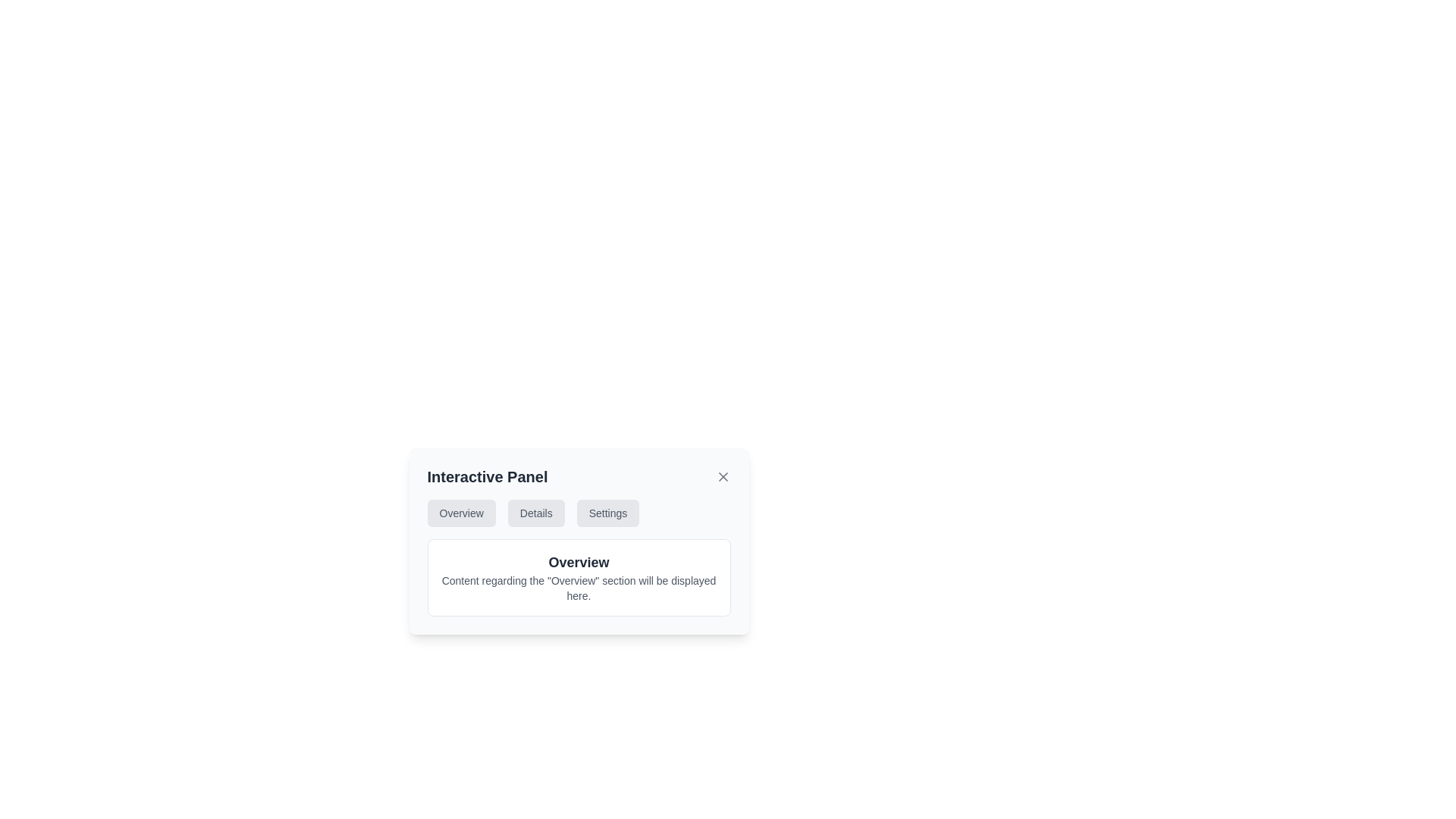  Describe the element at coordinates (722, 475) in the screenshot. I see `the close 'X' icon at the top-right of the 'Interactive Panel' to possibly reveal a tooltip or visual feedback` at that location.